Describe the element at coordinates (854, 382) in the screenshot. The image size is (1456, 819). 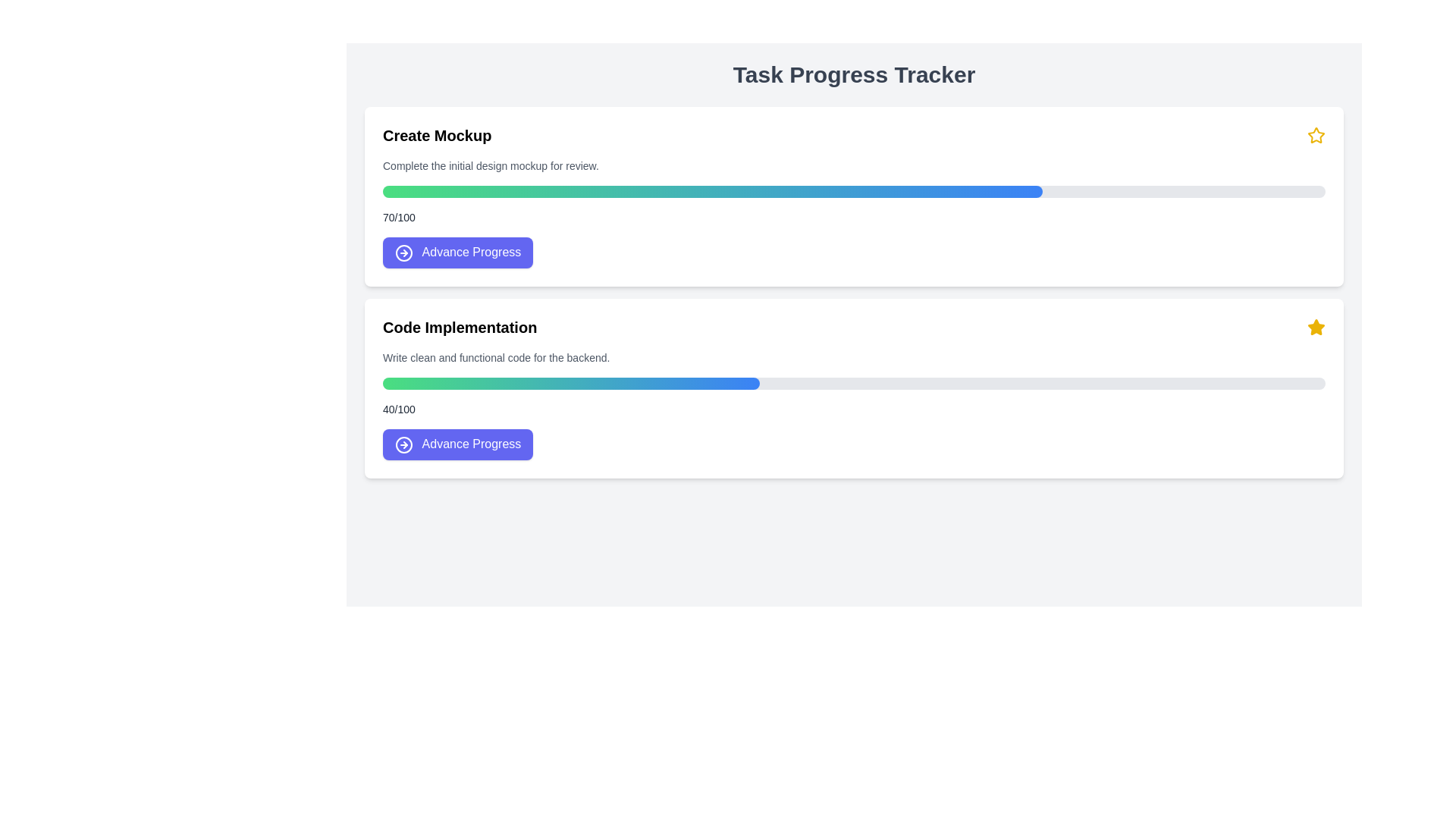
I see `the horizontal progress bar with a gradient color filling, representing 40% progress, located in the 'Code Implementation' section beneath the label 'Write clean and functional code for the backend'` at that location.